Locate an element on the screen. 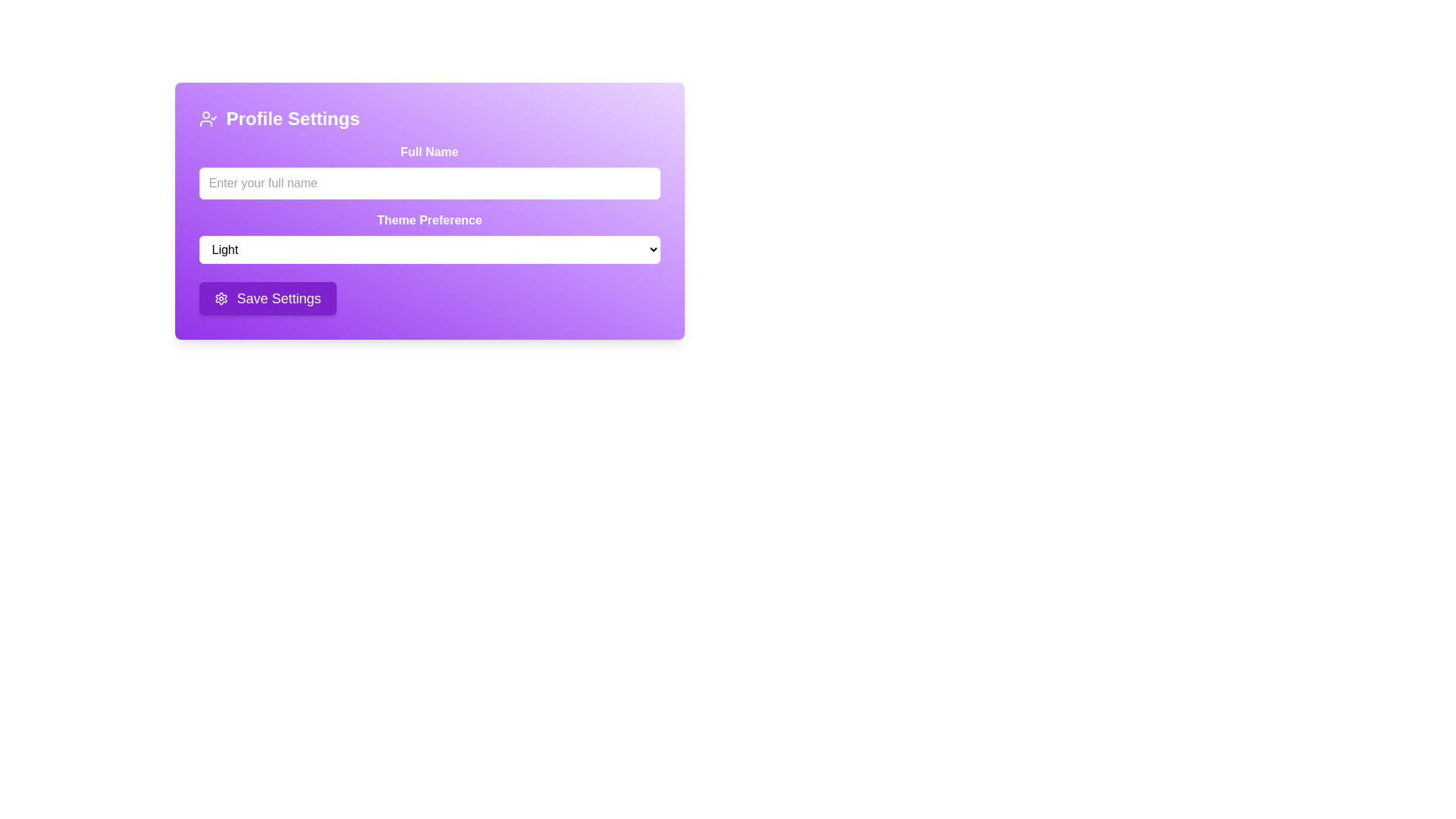  the purple gear-like SVG icon located on the left side of the 'Save Settings' button is located at coordinates (220, 298).